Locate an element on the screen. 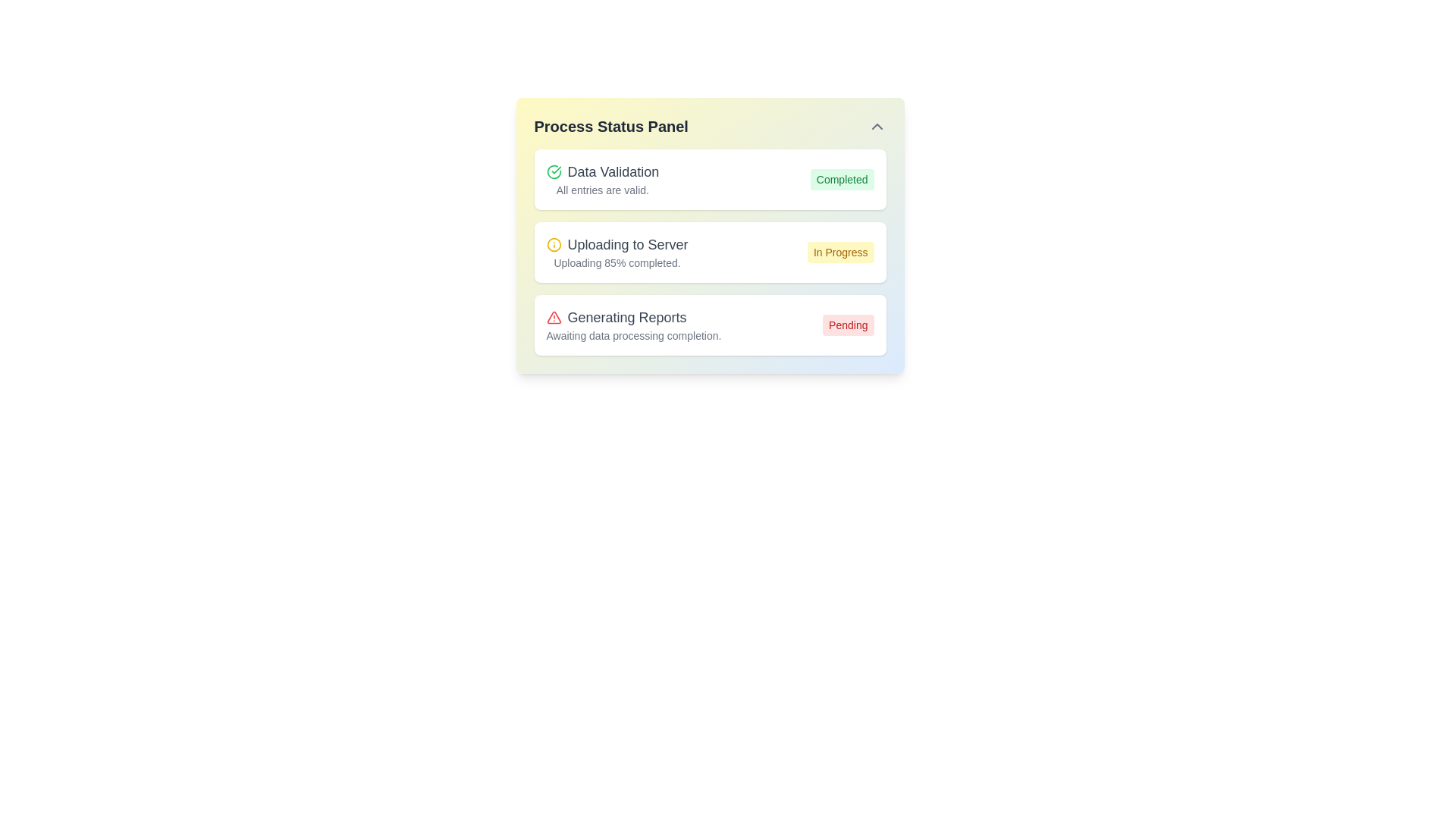  progress message from the second notification card in the 'Process Status Panel', which indicates that the uploading process is 85% complete and currently 'In Progress' is located at coordinates (709, 251).